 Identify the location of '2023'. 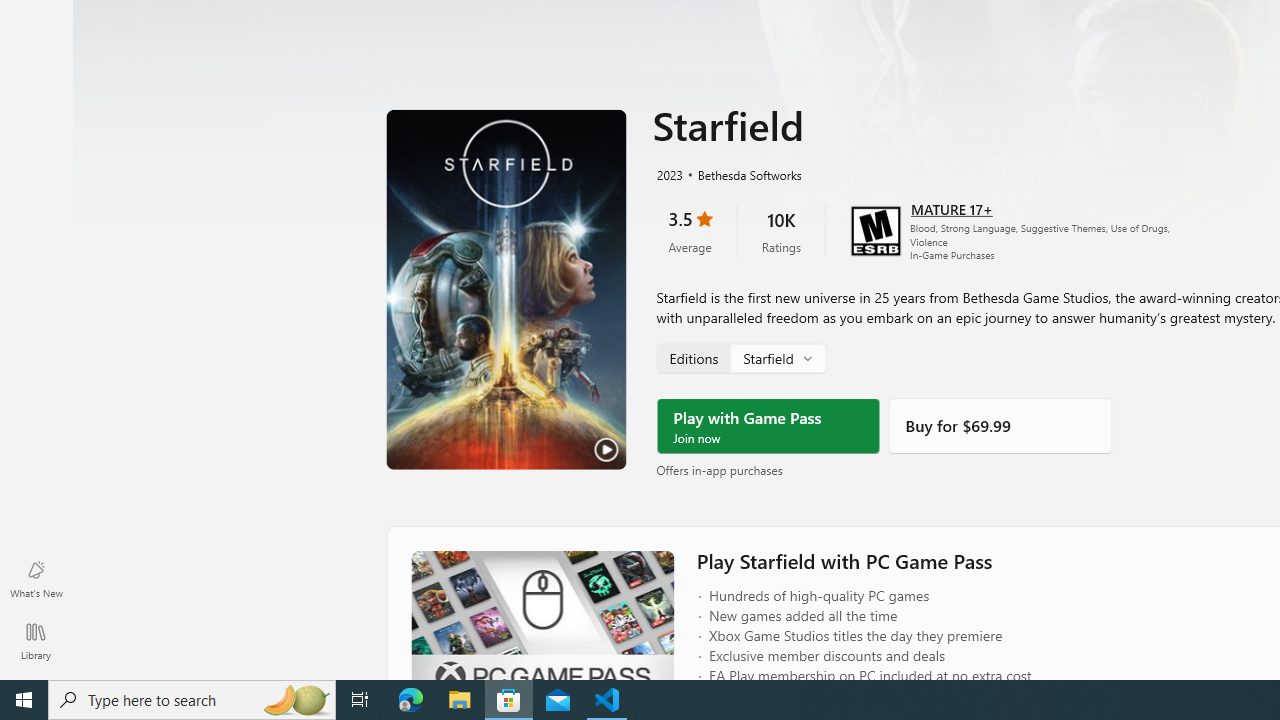
(668, 172).